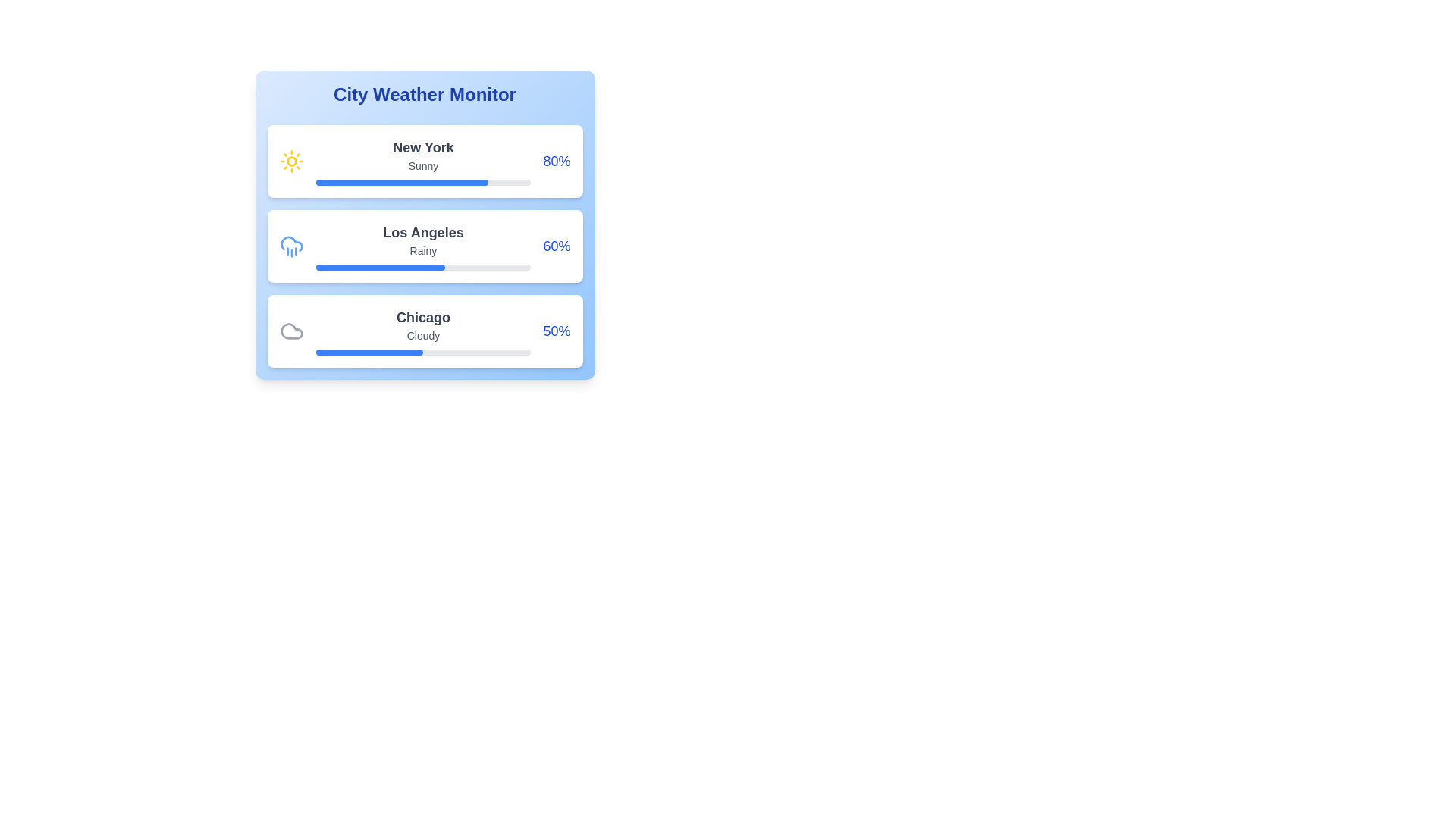 This screenshot has height=819, width=1456. I want to click on the filled portion of the third progress bar in the card labeled 'Chicago' in the 'City Weather Monitor' section, which represents a 50% value, so click(369, 353).